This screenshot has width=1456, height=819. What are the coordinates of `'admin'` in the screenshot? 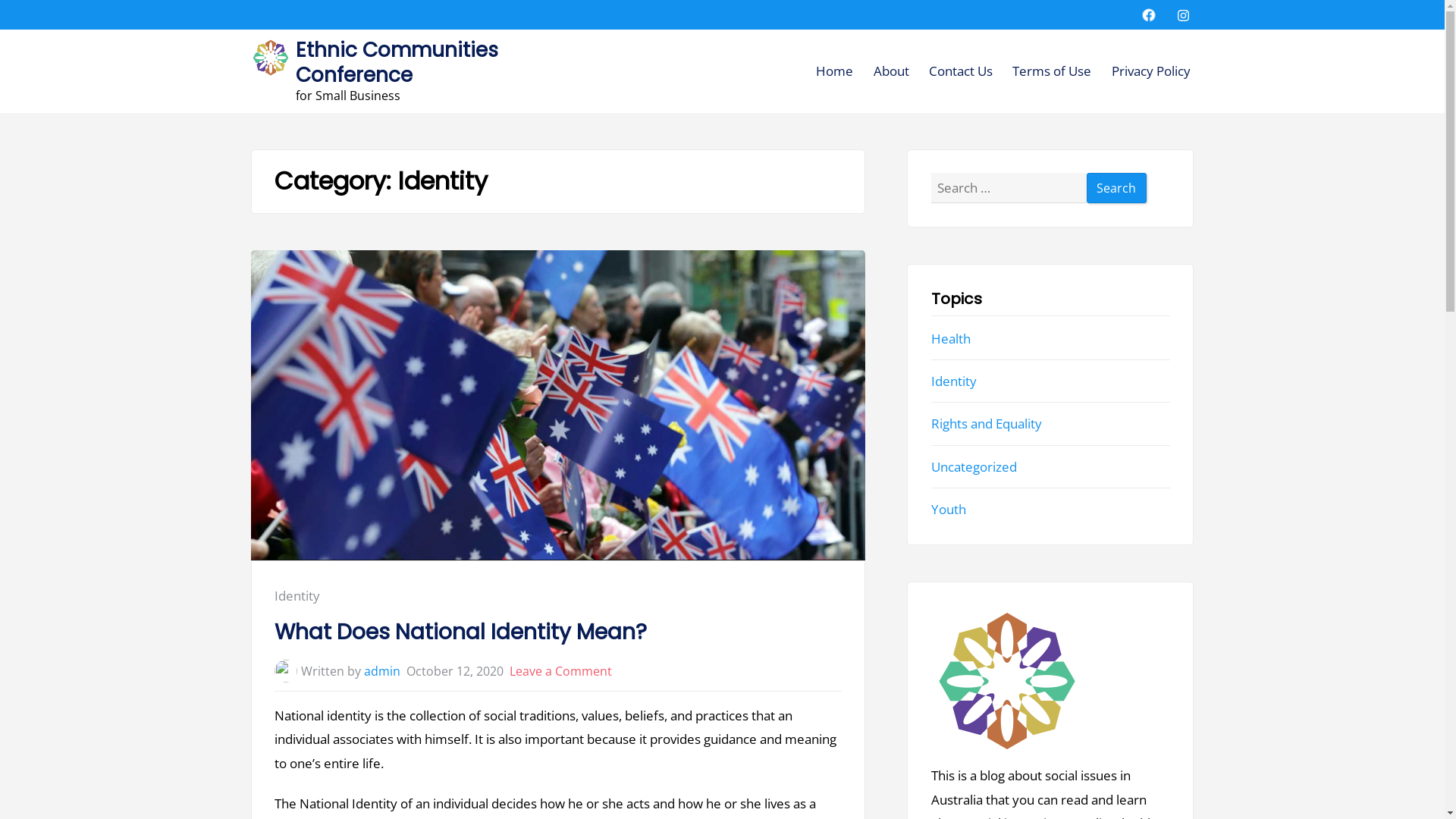 It's located at (382, 670).